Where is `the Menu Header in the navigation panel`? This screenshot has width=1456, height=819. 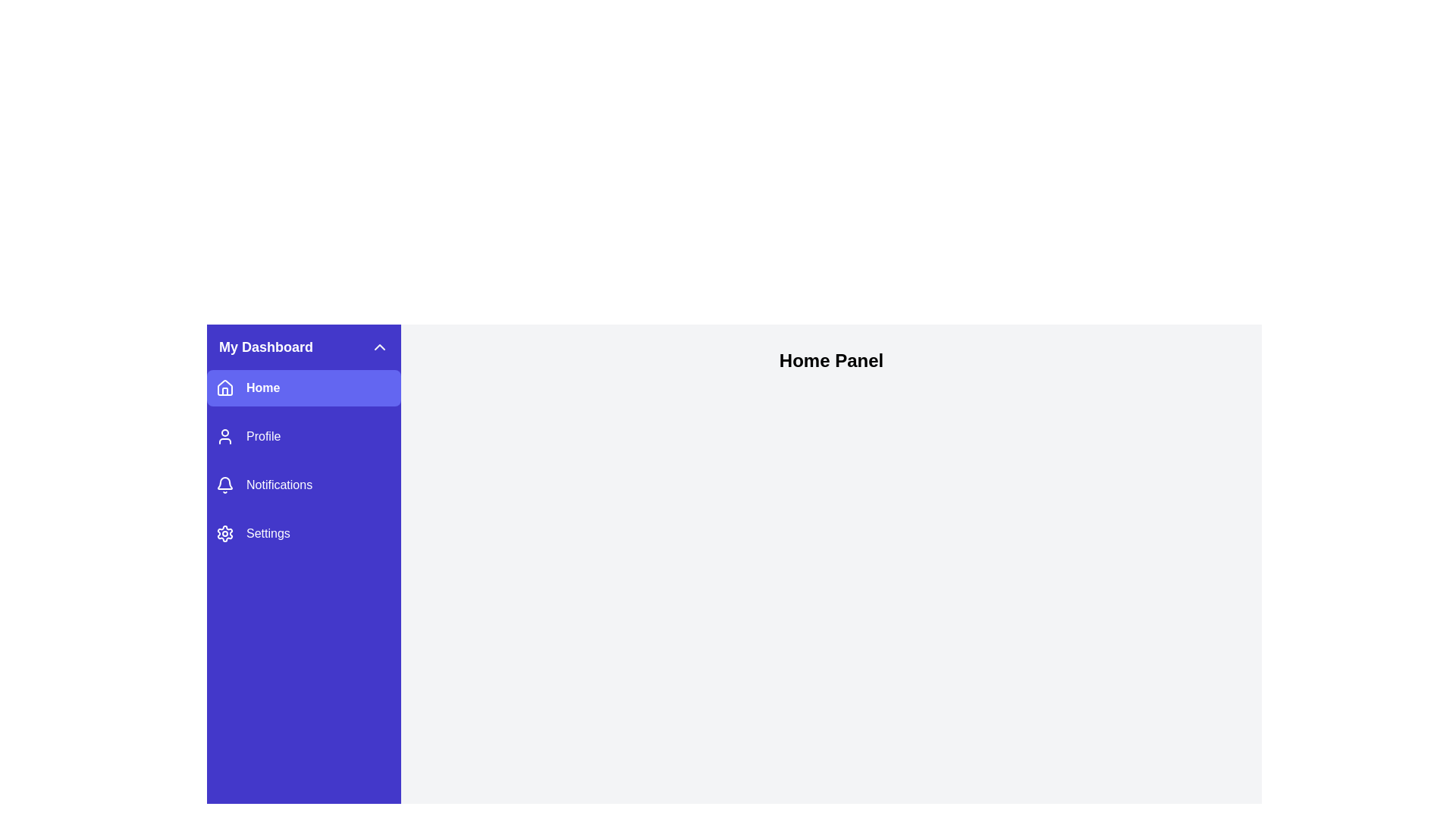 the Menu Header in the navigation panel is located at coordinates (303, 347).